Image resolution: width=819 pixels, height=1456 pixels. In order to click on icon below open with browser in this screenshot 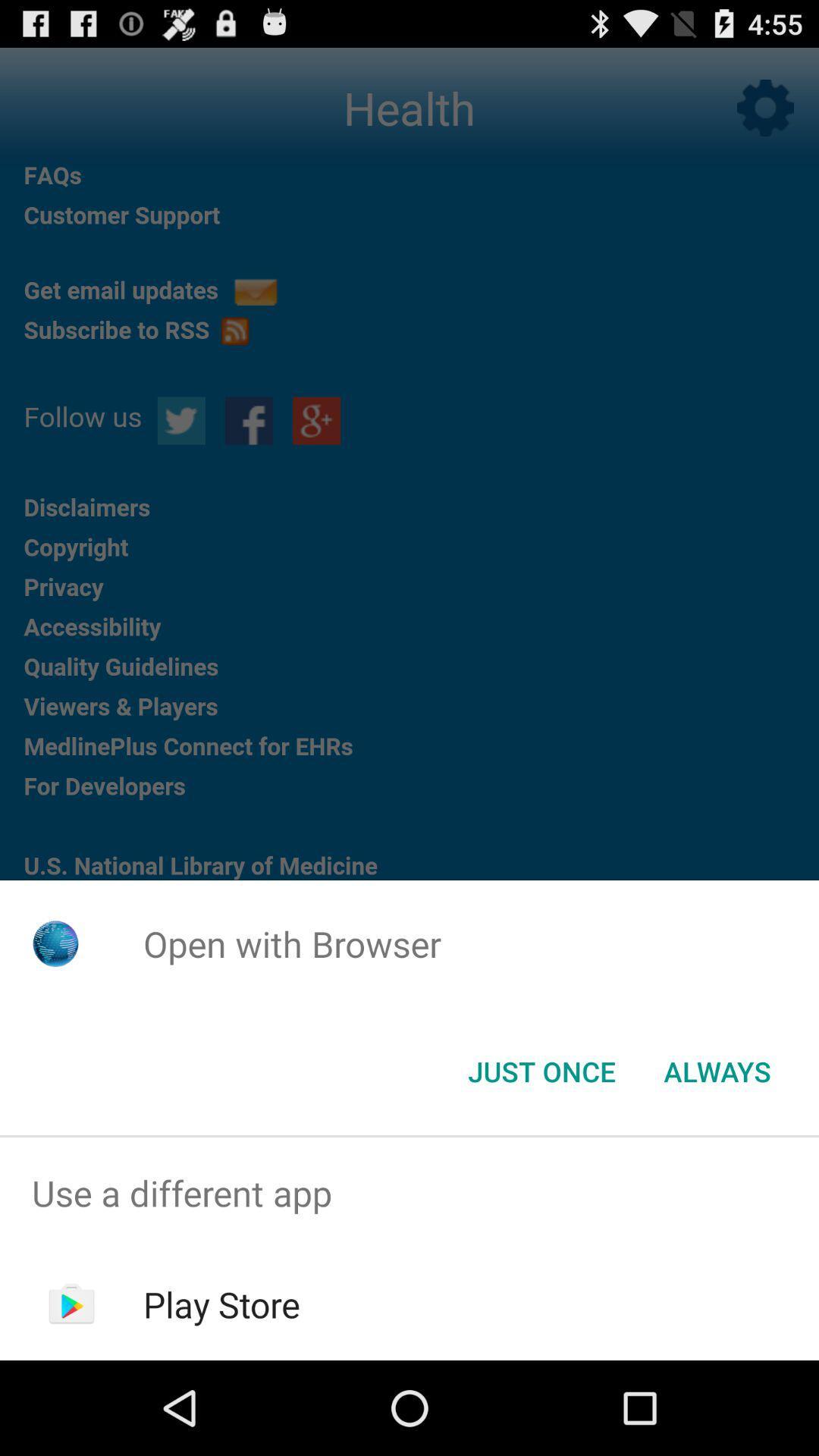, I will do `click(717, 1070)`.